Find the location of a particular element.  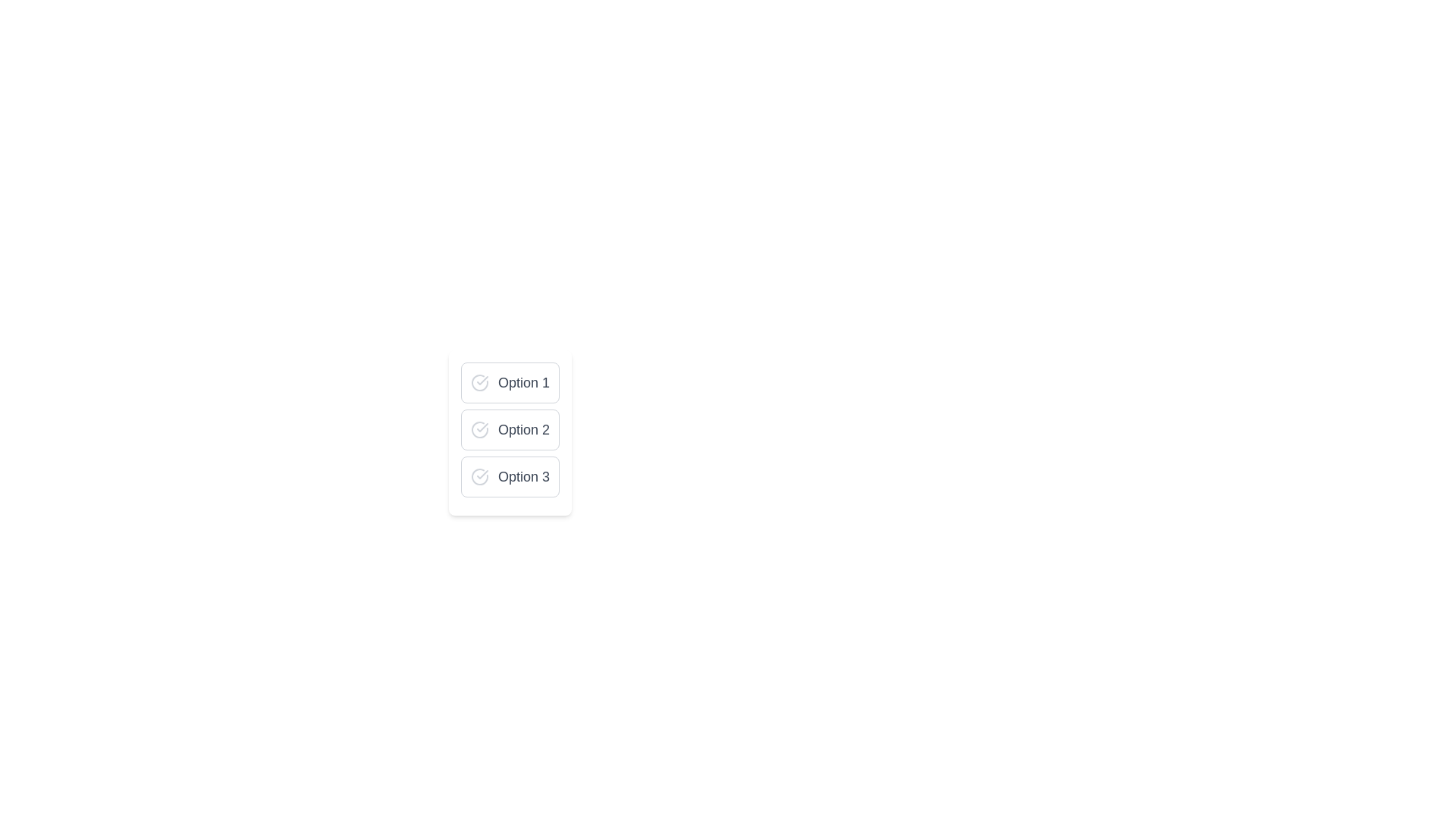

the SVG checkmark icon located in the leftmost part of the 'Option 2' option panel, which is adjacent to the 'Option 2' text label is located at coordinates (479, 430).